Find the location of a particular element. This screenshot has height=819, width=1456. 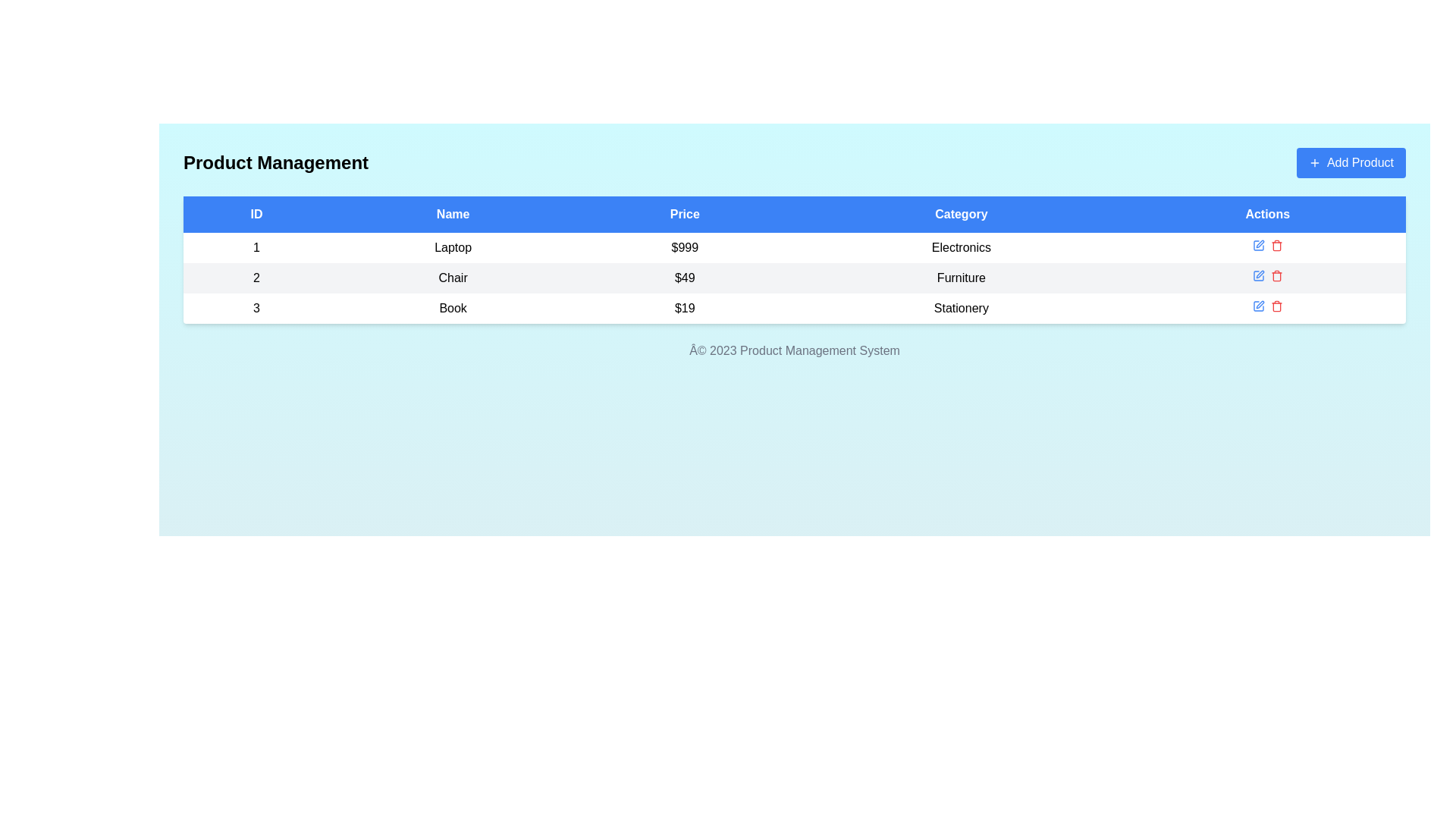

the header cell for the 'ID' column in the table, which is the first header cell at the top left of the table is located at coordinates (256, 214).